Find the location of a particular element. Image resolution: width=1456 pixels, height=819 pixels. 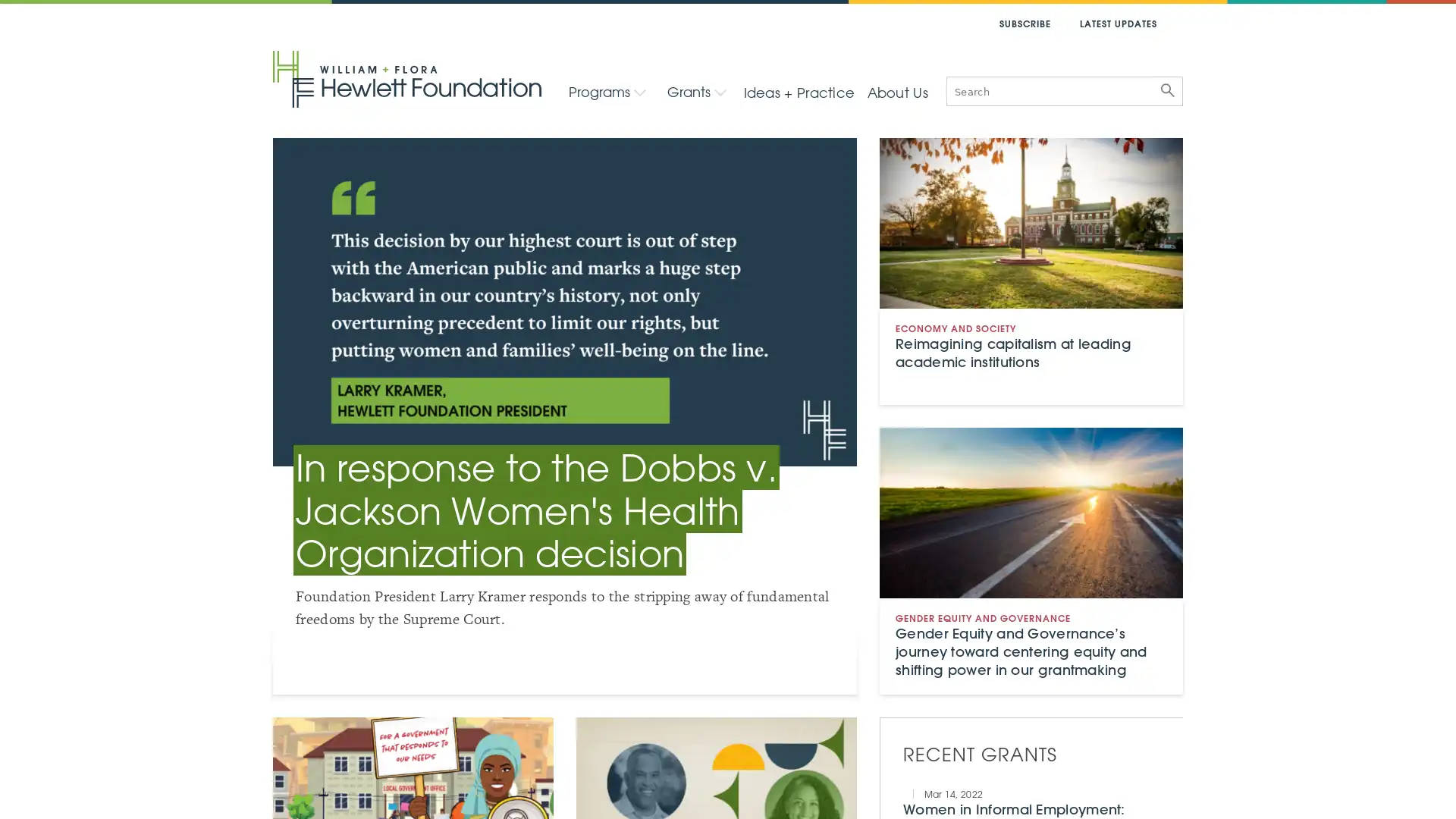

Programs is located at coordinates (607, 91).